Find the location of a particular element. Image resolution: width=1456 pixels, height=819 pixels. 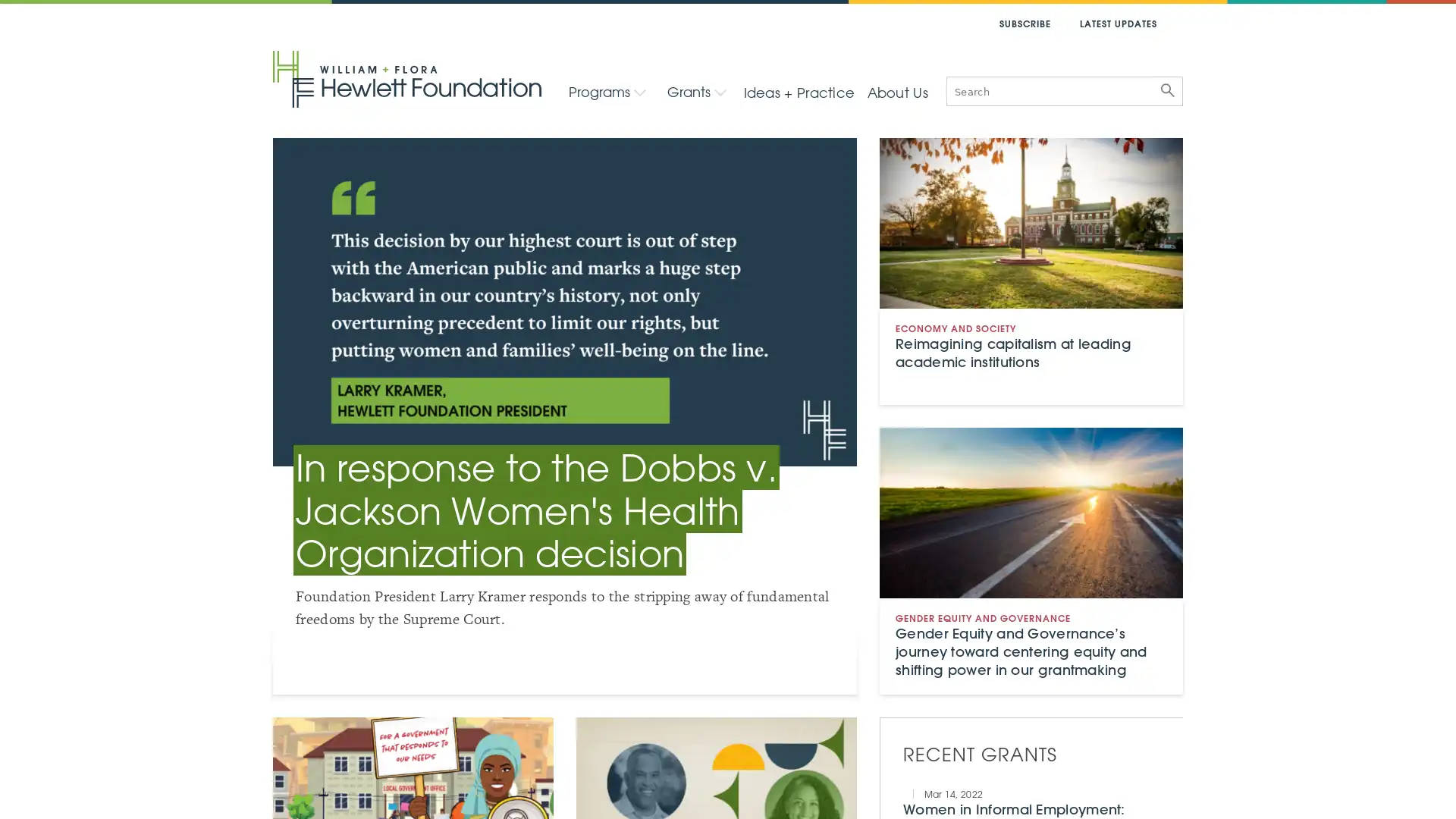

Programs is located at coordinates (607, 91).